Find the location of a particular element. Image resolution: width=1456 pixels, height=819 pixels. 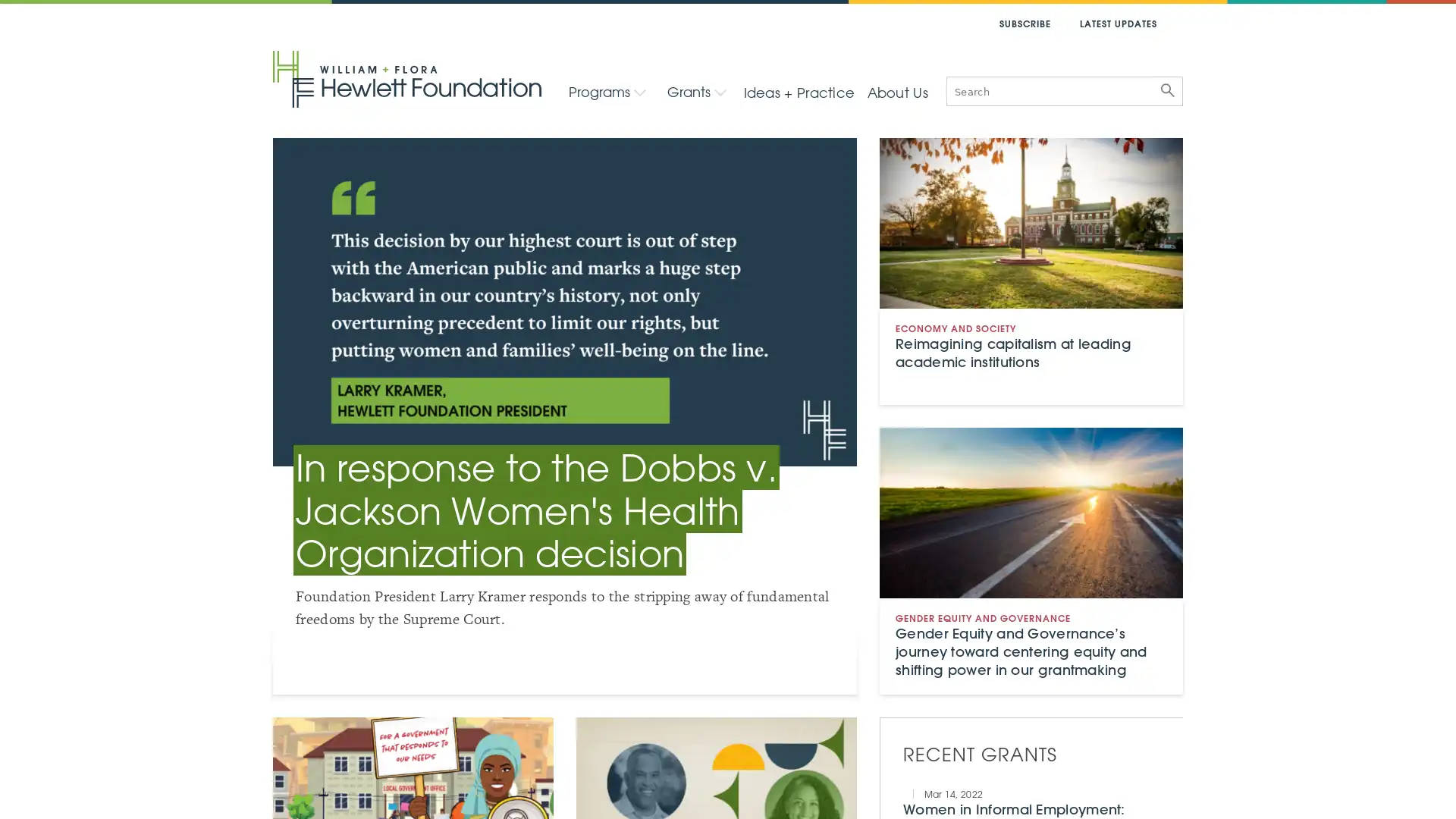

Programs is located at coordinates (607, 91).